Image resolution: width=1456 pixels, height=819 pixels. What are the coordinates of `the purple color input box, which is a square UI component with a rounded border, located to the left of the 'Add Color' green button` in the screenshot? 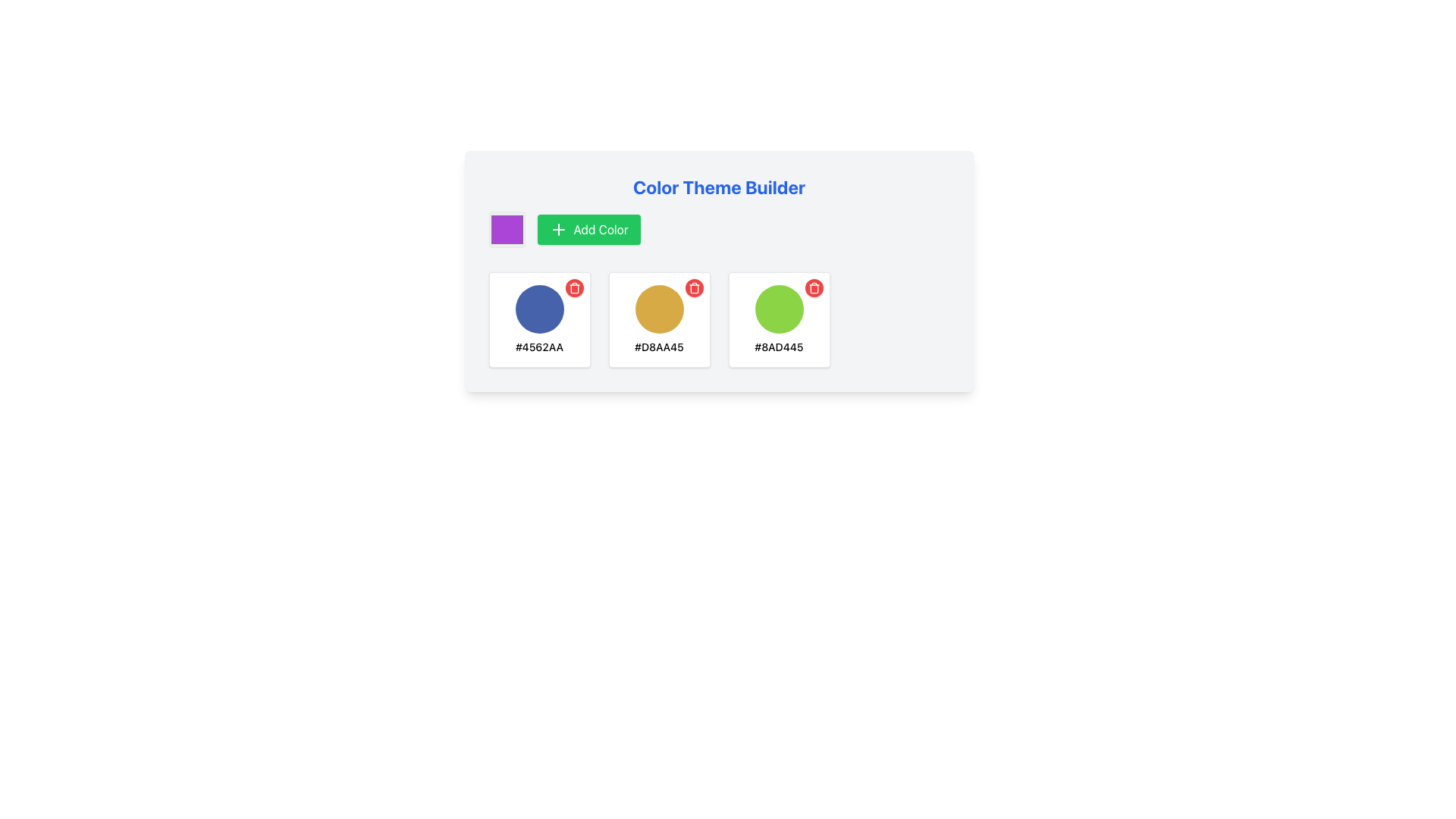 It's located at (507, 230).